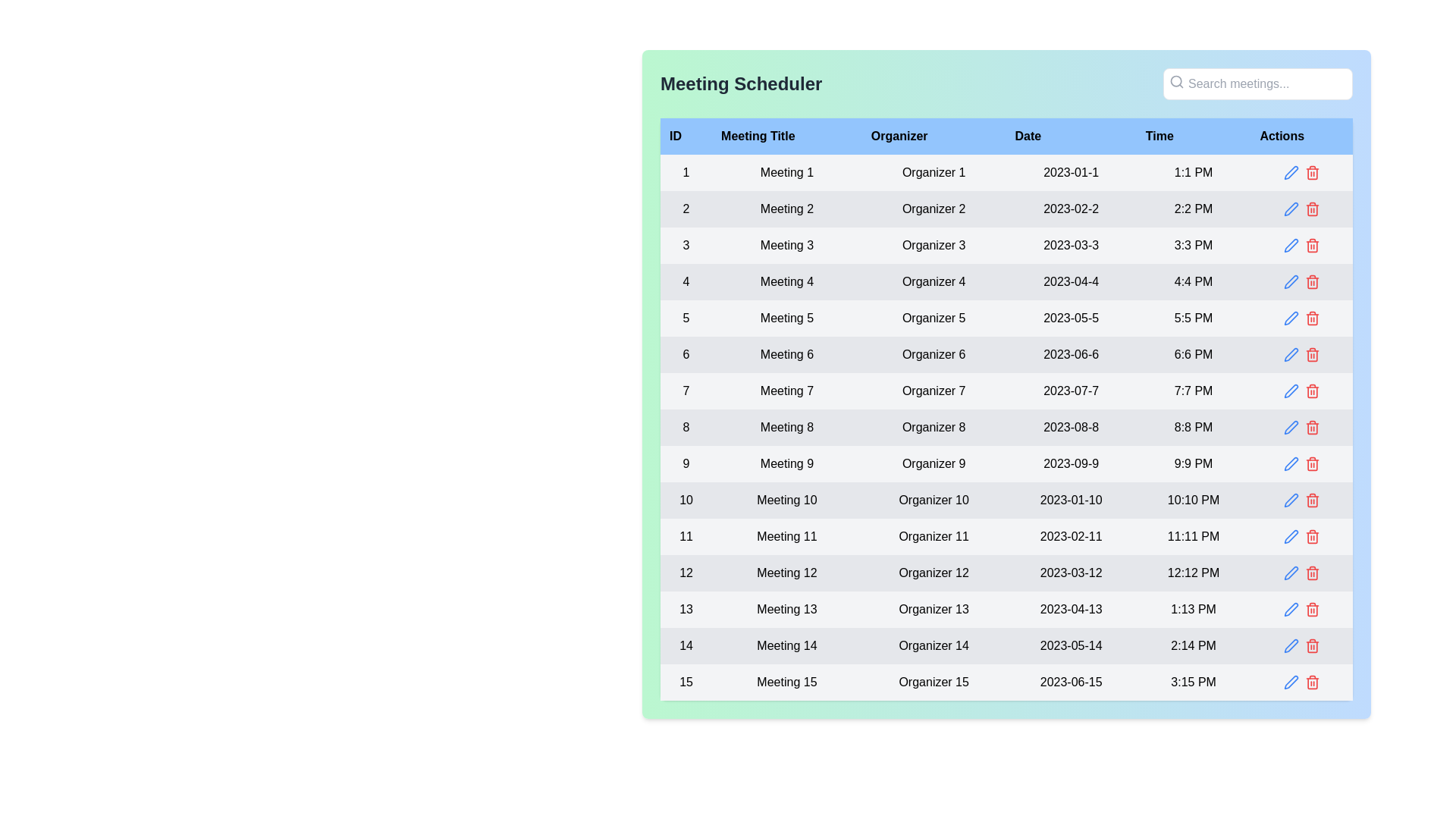 The height and width of the screenshot is (819, 1456). Describe the element at coordinates (1290, 608) in the screenshot. I see `the interactive icon in the Actions column of the data table corresponding to 'Meeting 13' to change its color` at that location.